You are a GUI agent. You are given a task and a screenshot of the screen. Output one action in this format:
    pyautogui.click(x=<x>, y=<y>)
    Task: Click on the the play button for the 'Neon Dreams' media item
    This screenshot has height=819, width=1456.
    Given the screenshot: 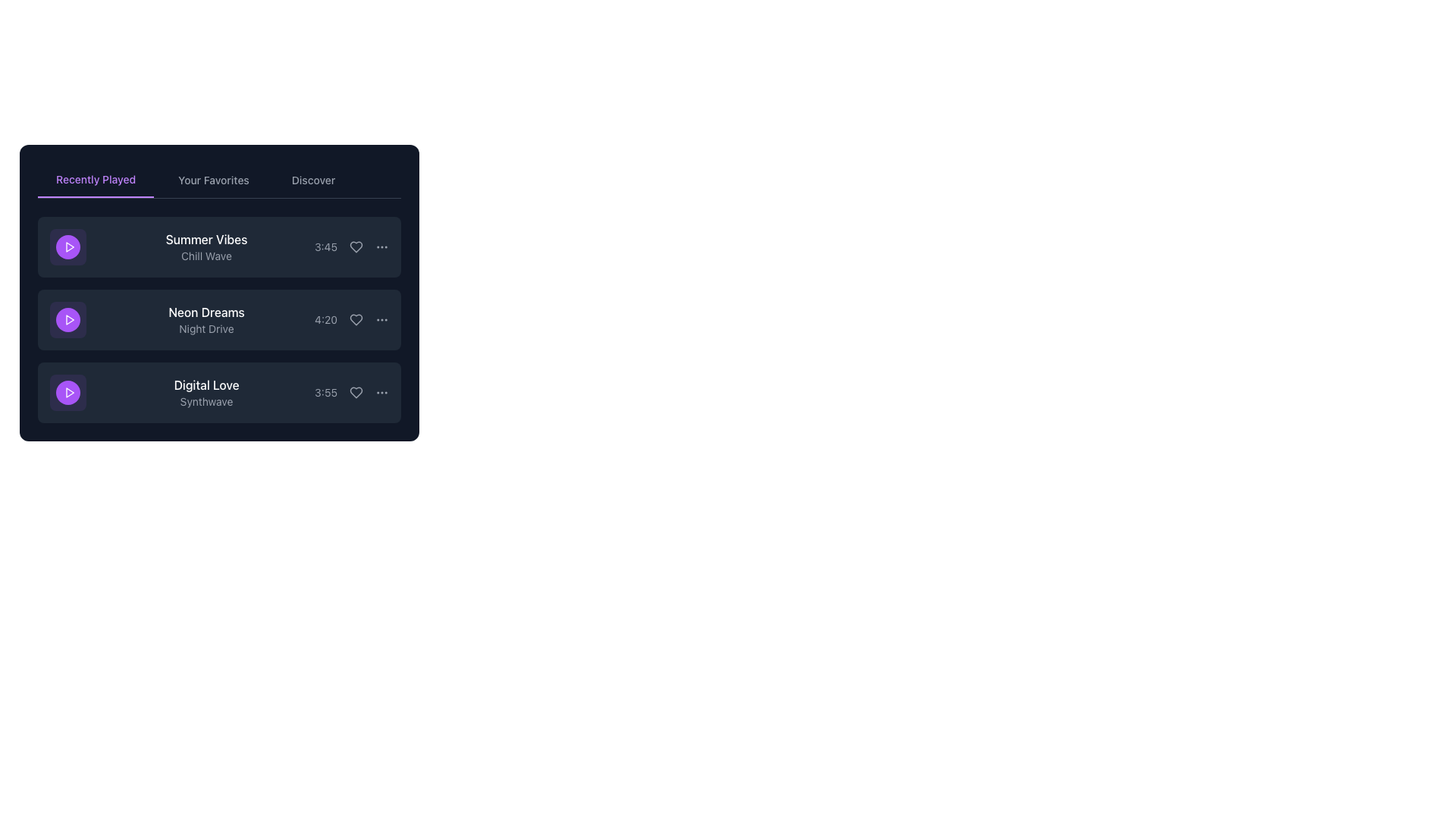 What is the action you would take?
    pyautogui.click(x=67, y=318)
    